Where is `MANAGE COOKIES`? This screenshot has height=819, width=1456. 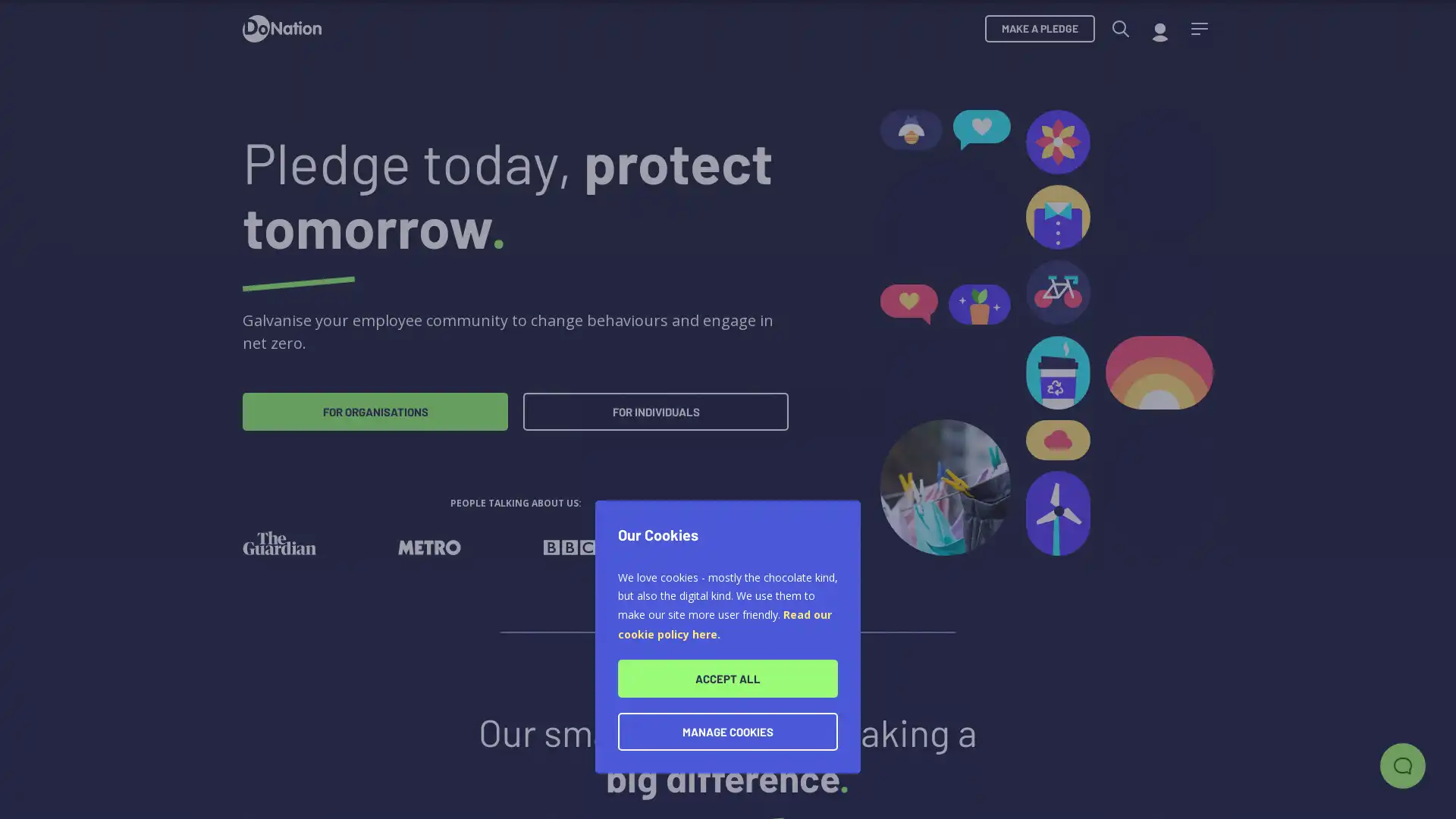 MANAGE COOKIES is located at coordinates (728, 730).